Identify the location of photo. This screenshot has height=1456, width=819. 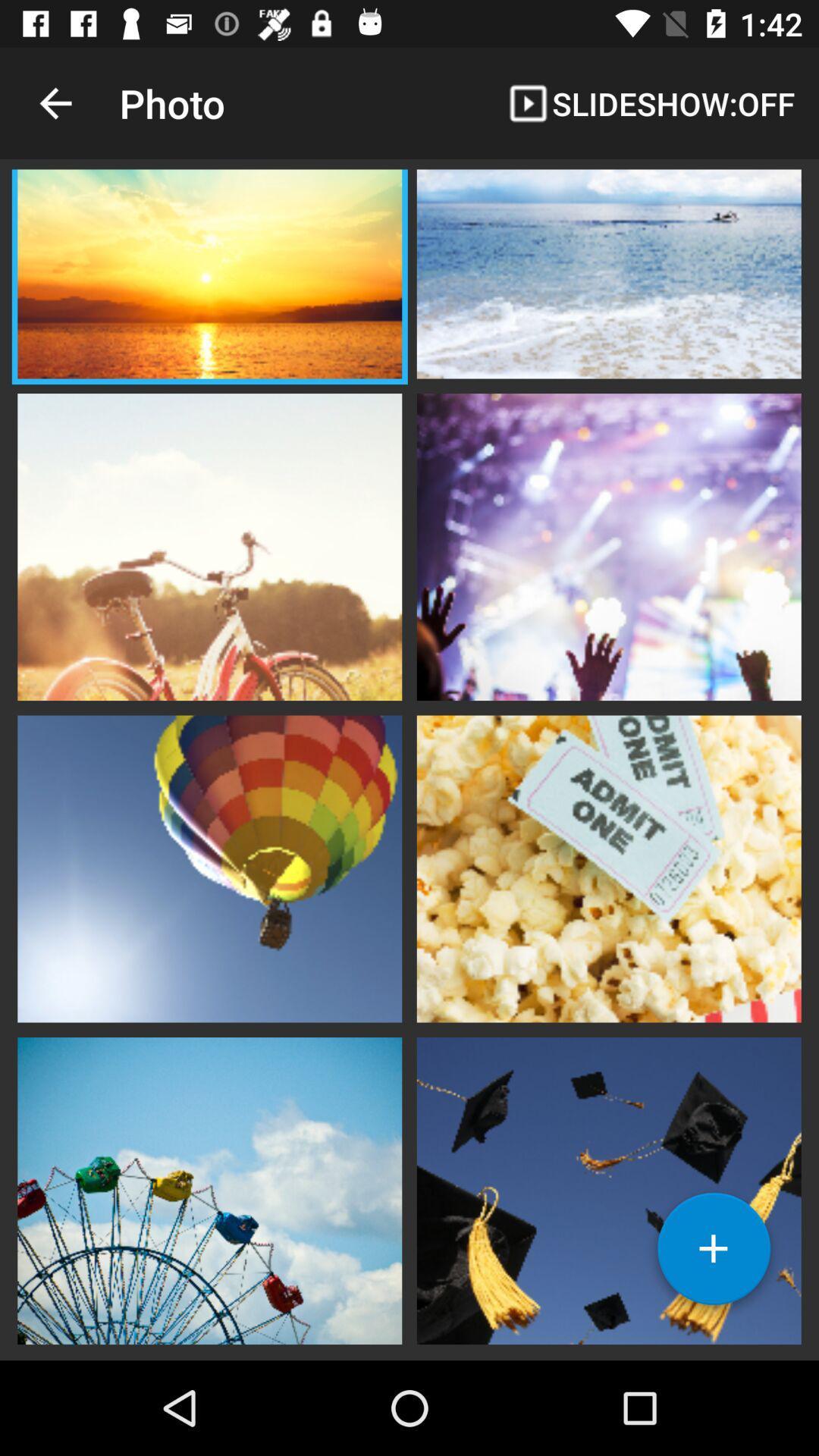
(209, 545).